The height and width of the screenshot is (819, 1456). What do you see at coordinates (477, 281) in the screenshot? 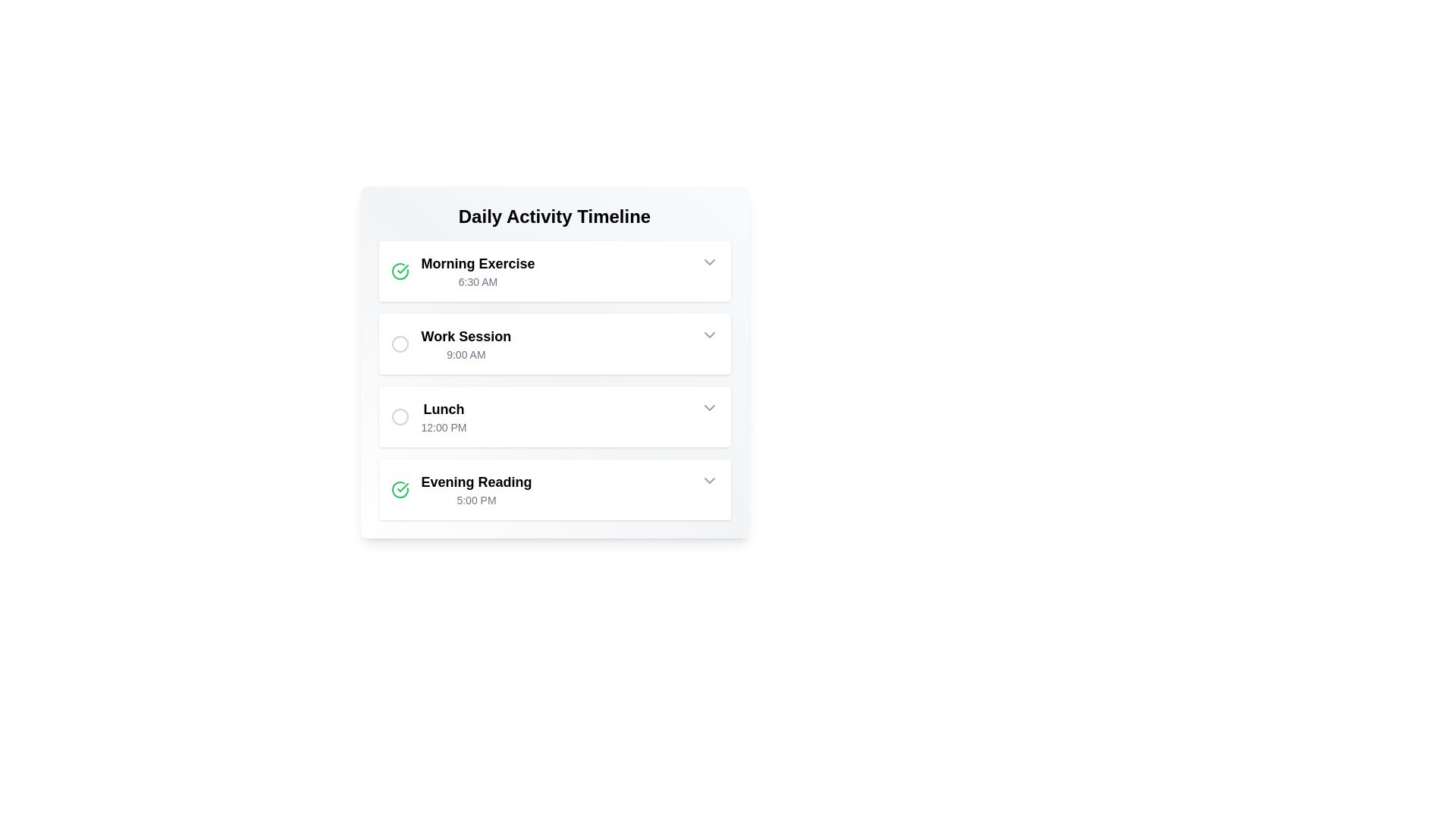
I see `the content of the Text Label displaying the scheduled time for the 'Morning Exercise' activity, located in the 'Morning Exercise' section beneath its title` at bounding box center [477, 281].